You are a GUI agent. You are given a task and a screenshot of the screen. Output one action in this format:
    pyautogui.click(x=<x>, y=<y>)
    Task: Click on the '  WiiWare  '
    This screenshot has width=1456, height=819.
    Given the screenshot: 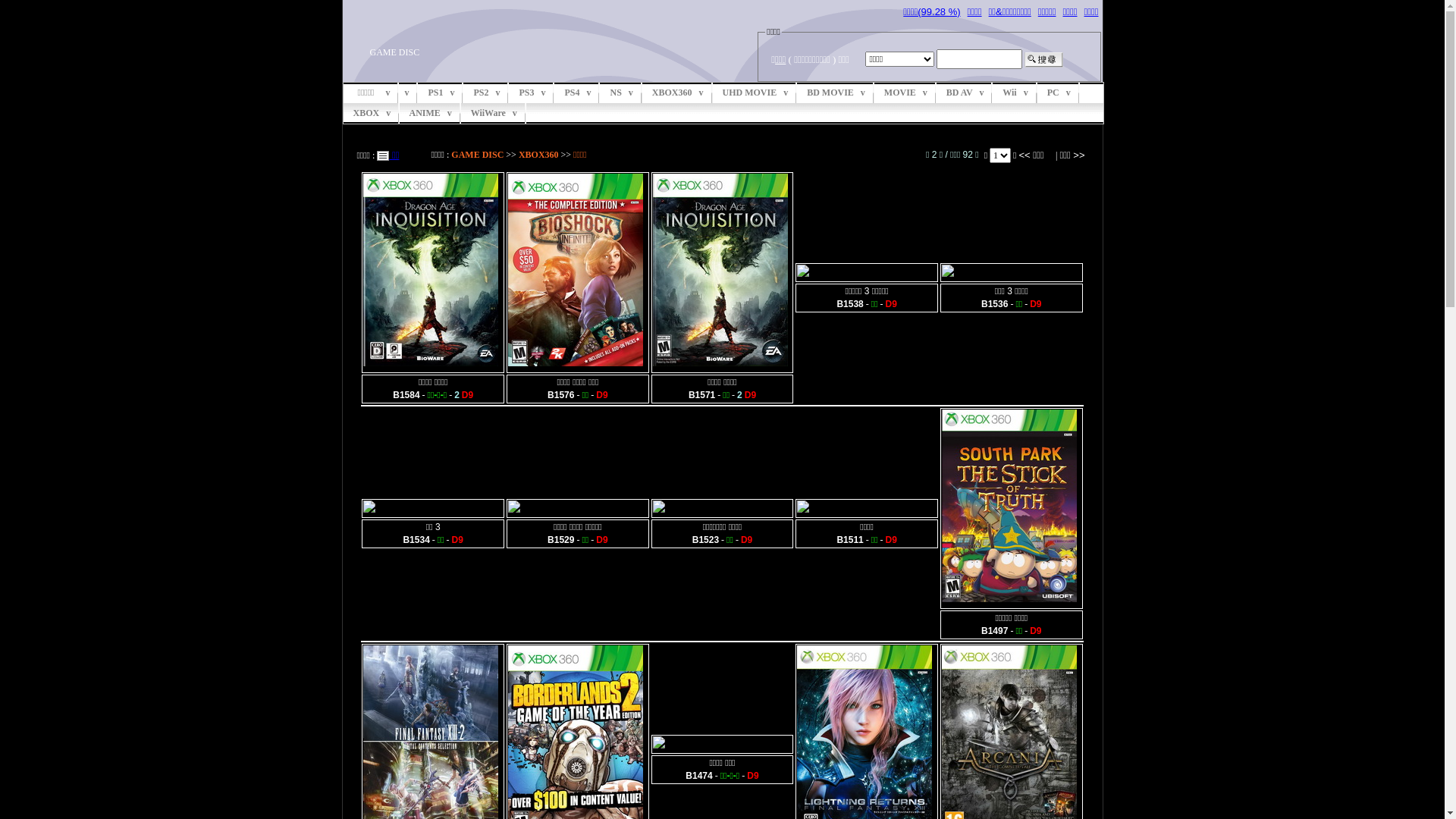 What is the action you would take?
    pyautogui.click(x=460, y=112)
    